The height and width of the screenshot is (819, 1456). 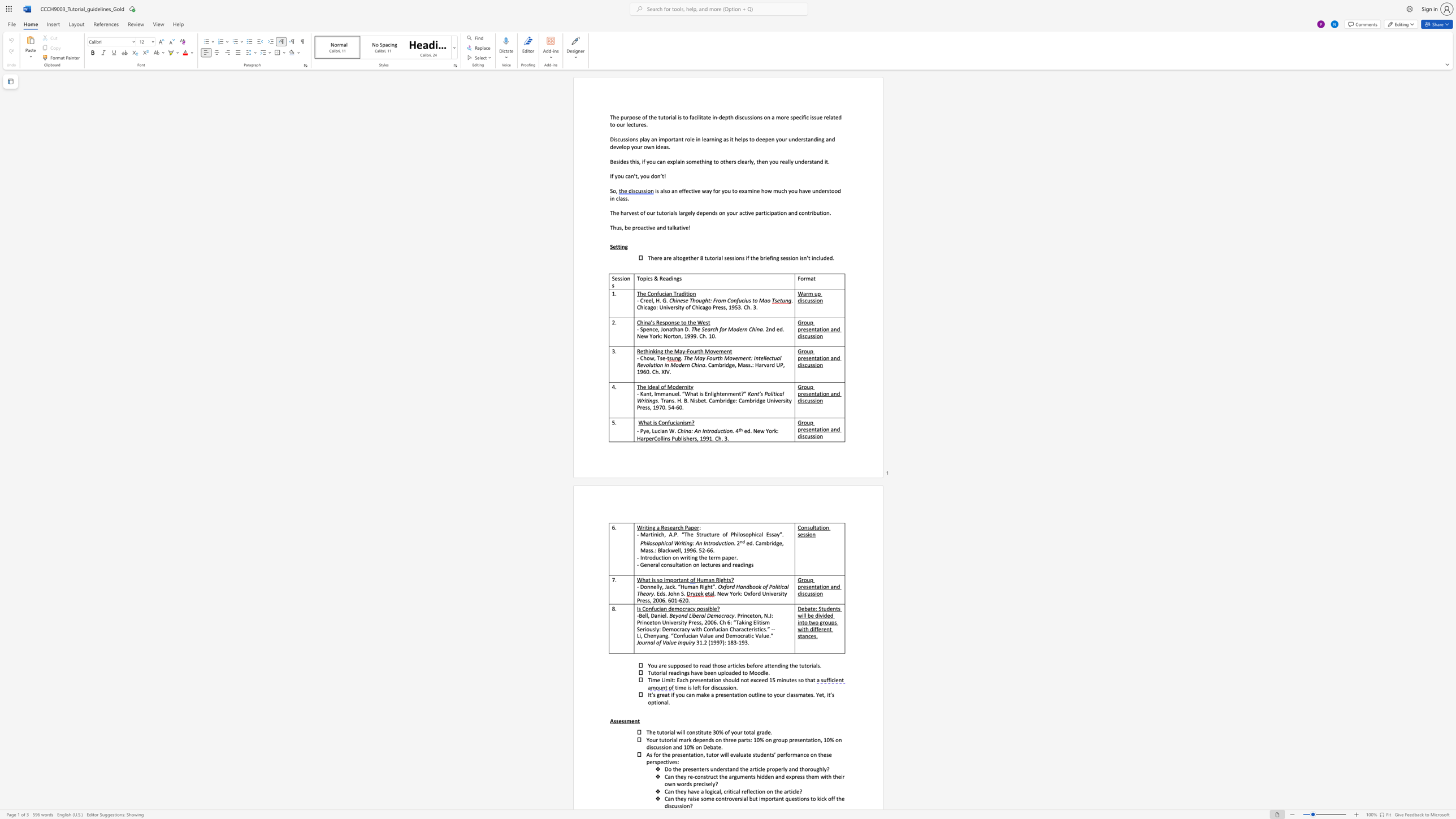 What do you see at coordinates (710, 642) in the screenshot?
I see `the subset text "1997" within the text "31.2 (1997): 183-193."` at bounding box center [710, 642].